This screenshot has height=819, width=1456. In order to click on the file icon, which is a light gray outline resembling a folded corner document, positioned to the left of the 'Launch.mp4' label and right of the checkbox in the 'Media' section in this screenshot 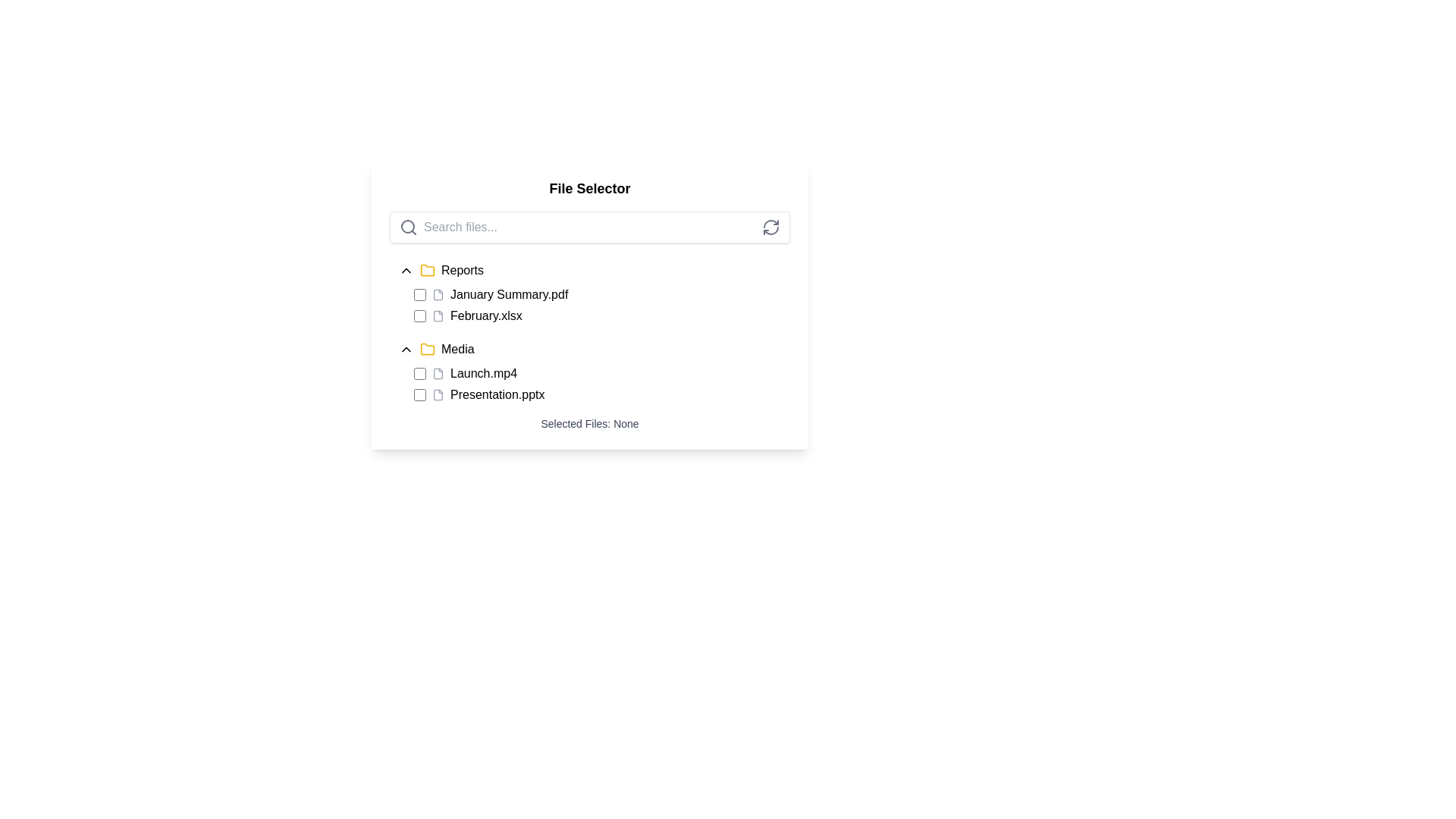, I will do `click(437, 374)`.